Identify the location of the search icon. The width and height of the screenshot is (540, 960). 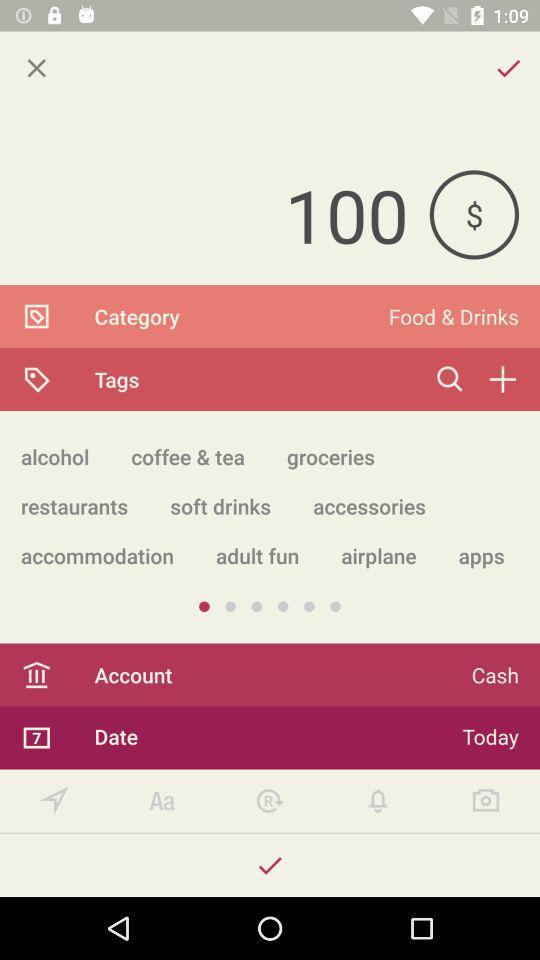
(450, 378).